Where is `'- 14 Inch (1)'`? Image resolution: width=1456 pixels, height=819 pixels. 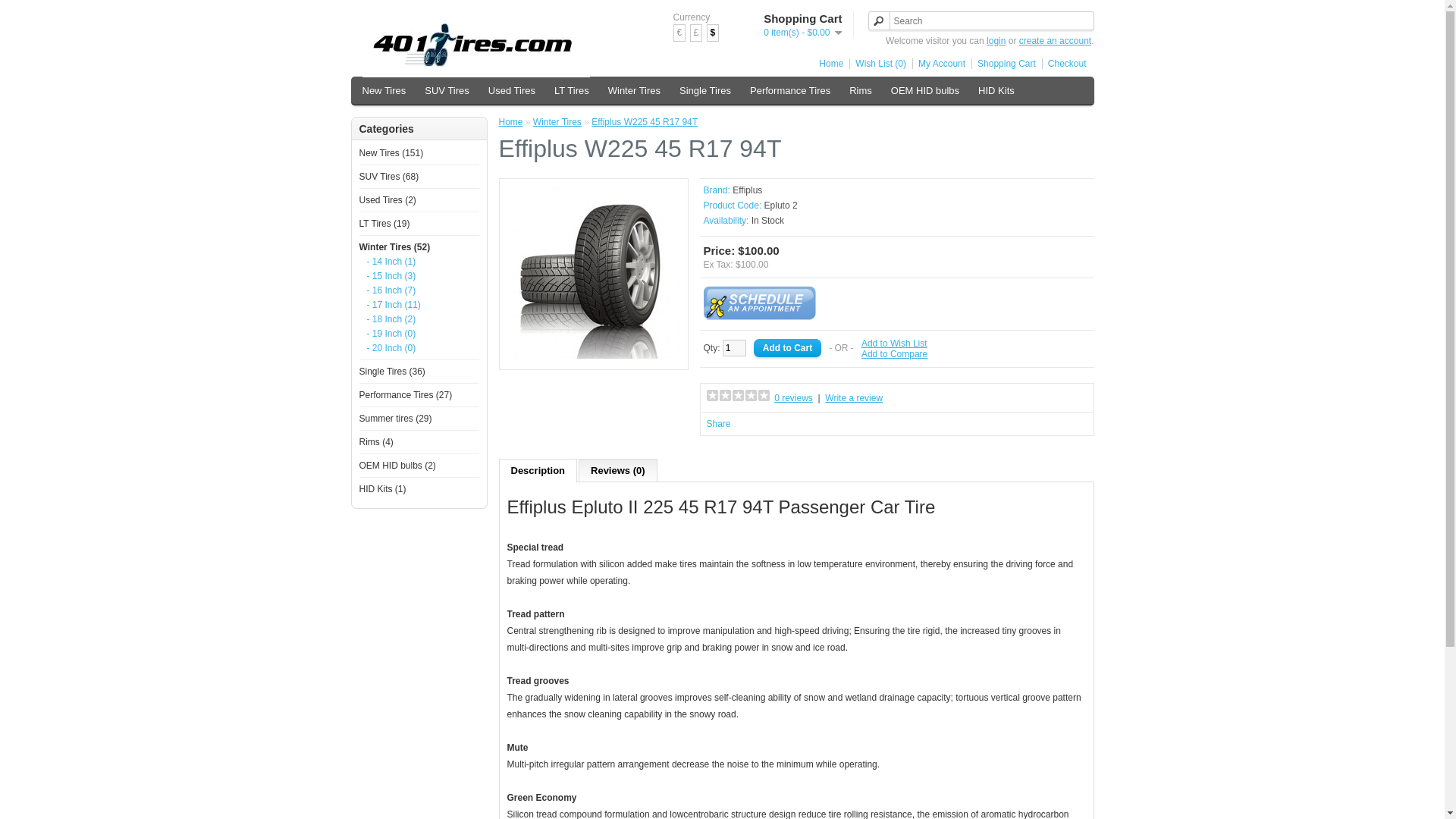 '- 14 Inch (1)' is located at coordinates (418, 260).